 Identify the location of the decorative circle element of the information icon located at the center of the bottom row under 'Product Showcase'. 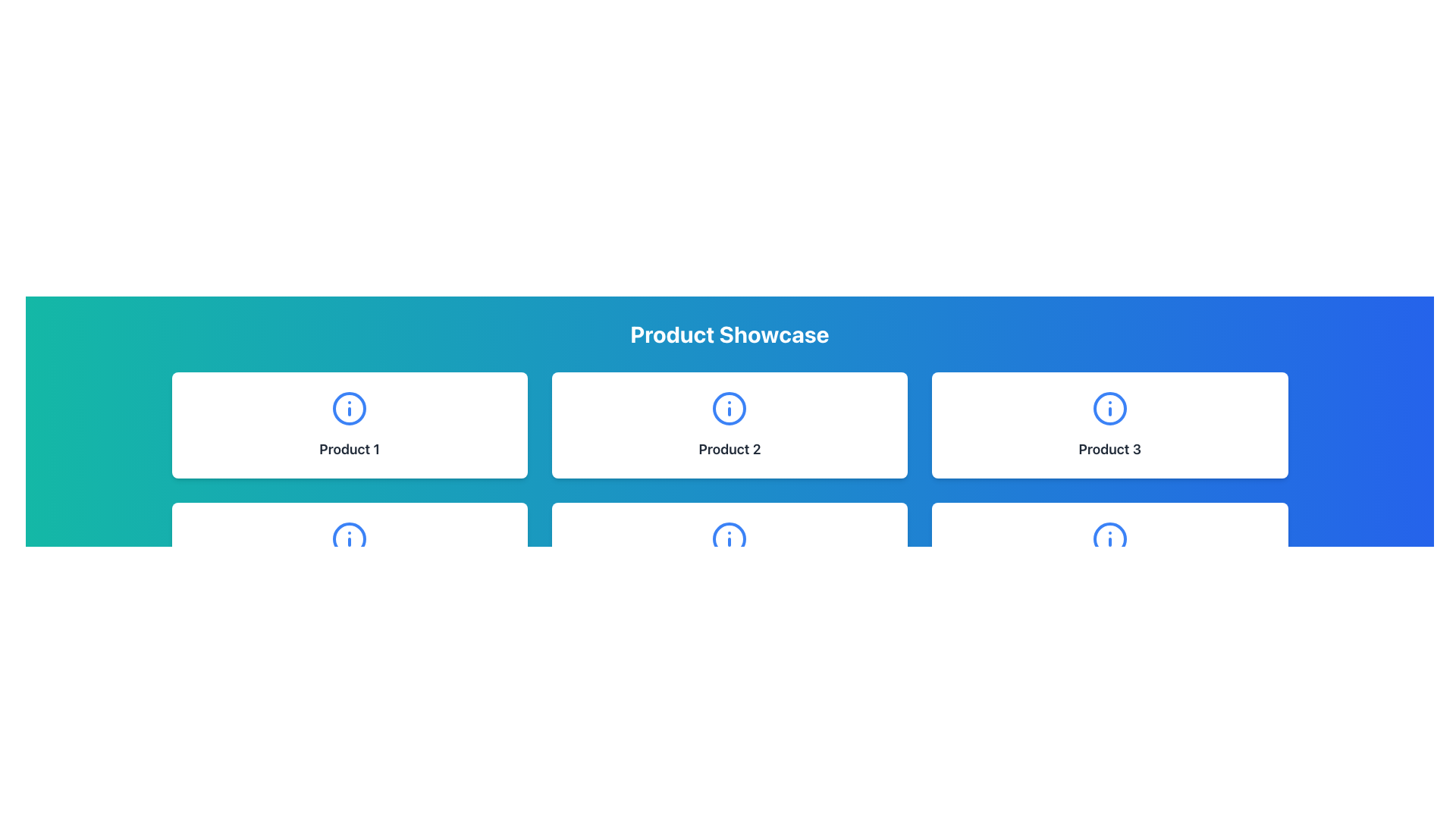
(1109, 538).